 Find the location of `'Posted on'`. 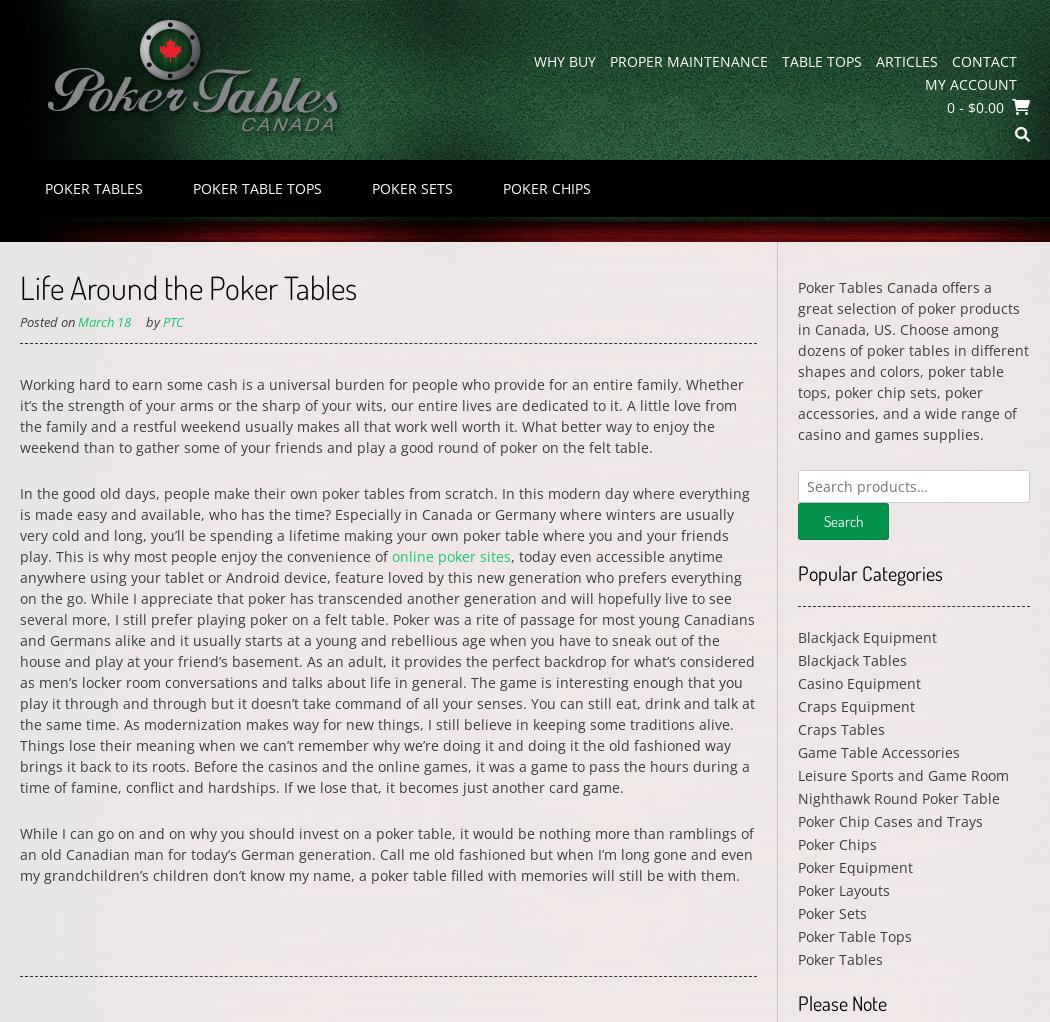

'Posted on' is located at coordinates (48, 321).